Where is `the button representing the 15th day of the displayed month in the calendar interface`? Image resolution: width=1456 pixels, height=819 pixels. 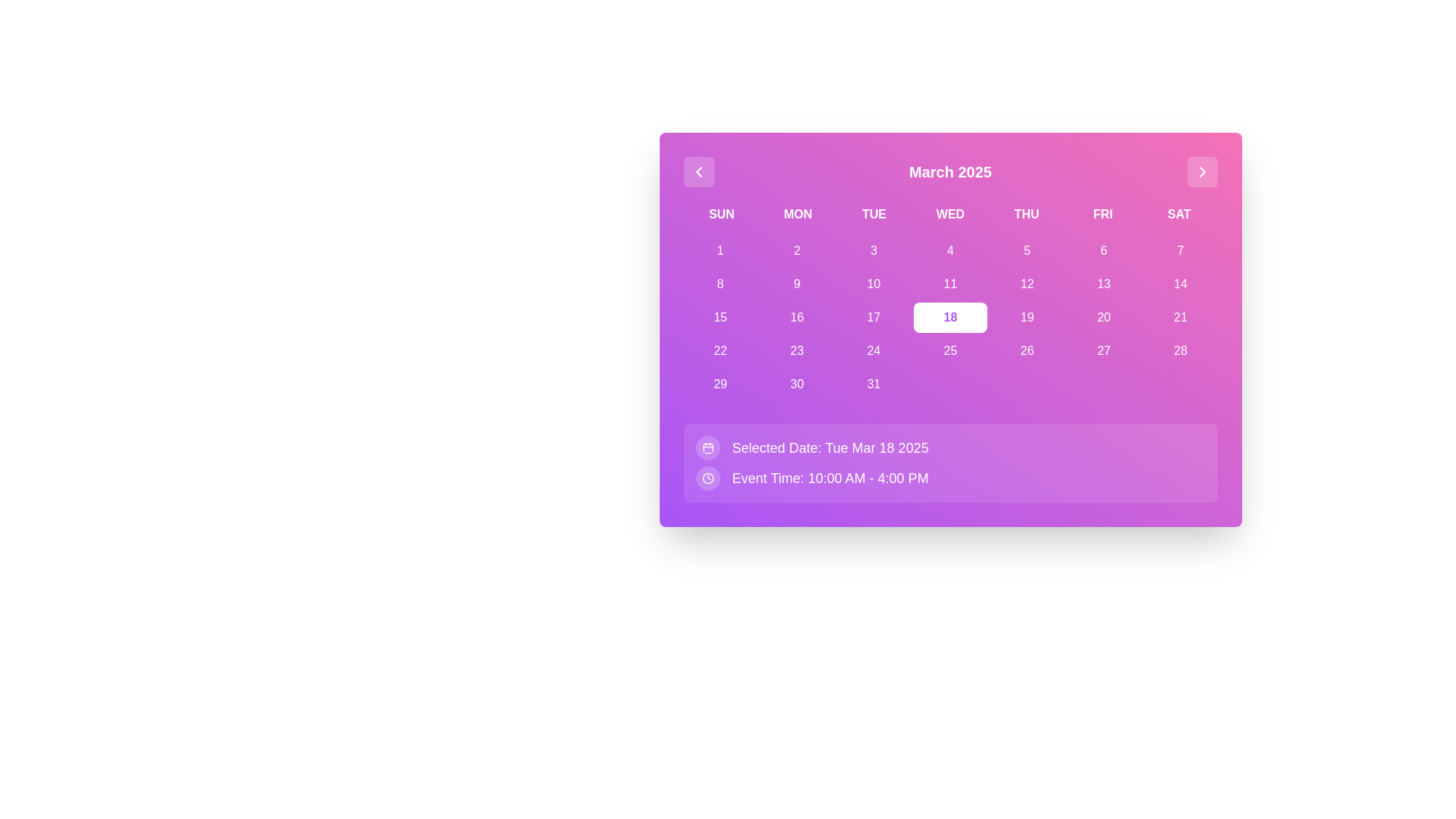 the button representing the 15th day of the displayed month in the calendar interface is located at coordinates (720, 317).